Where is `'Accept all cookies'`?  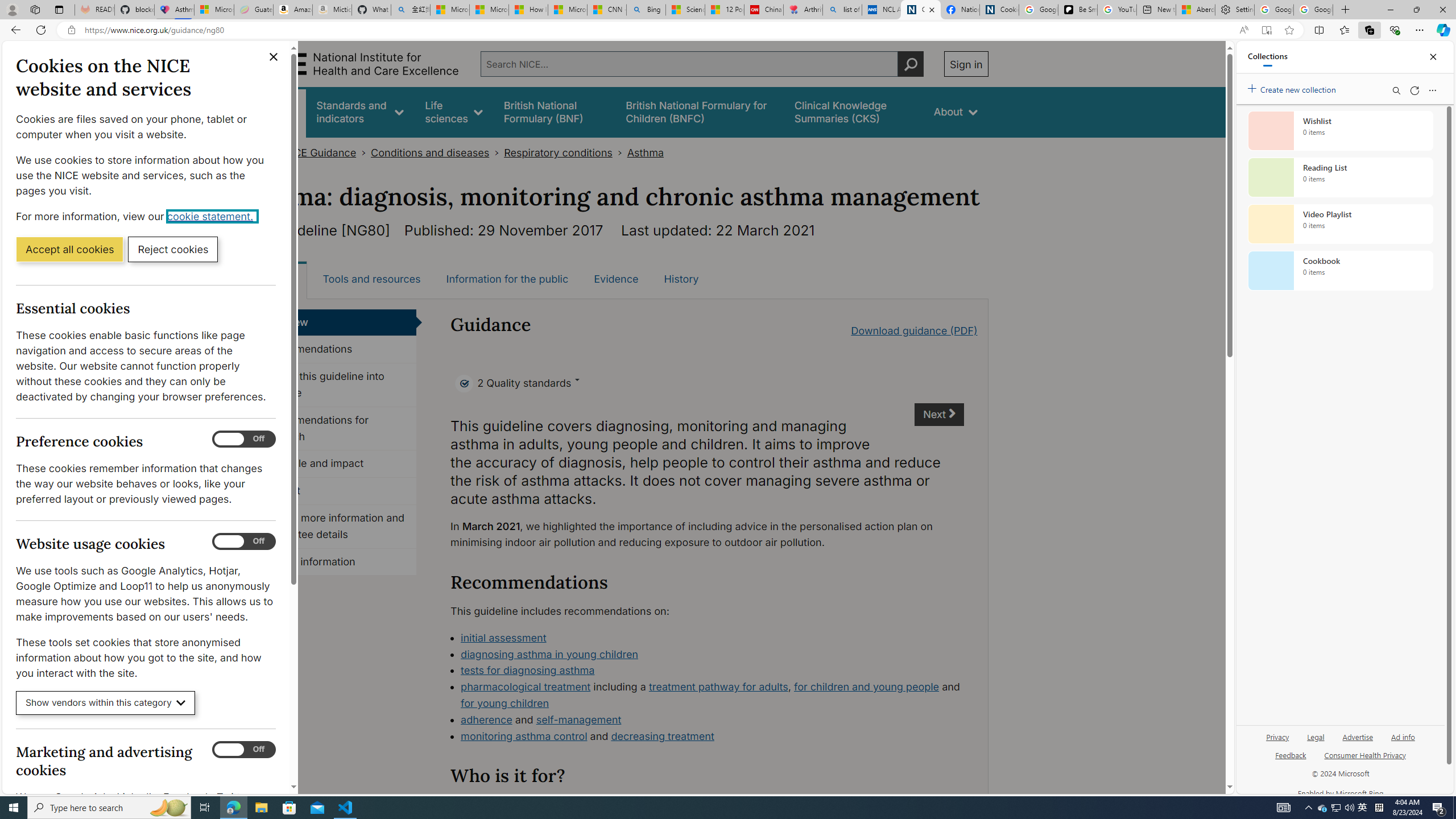 'Accept all cookies' is located at coordinates (69, 248).